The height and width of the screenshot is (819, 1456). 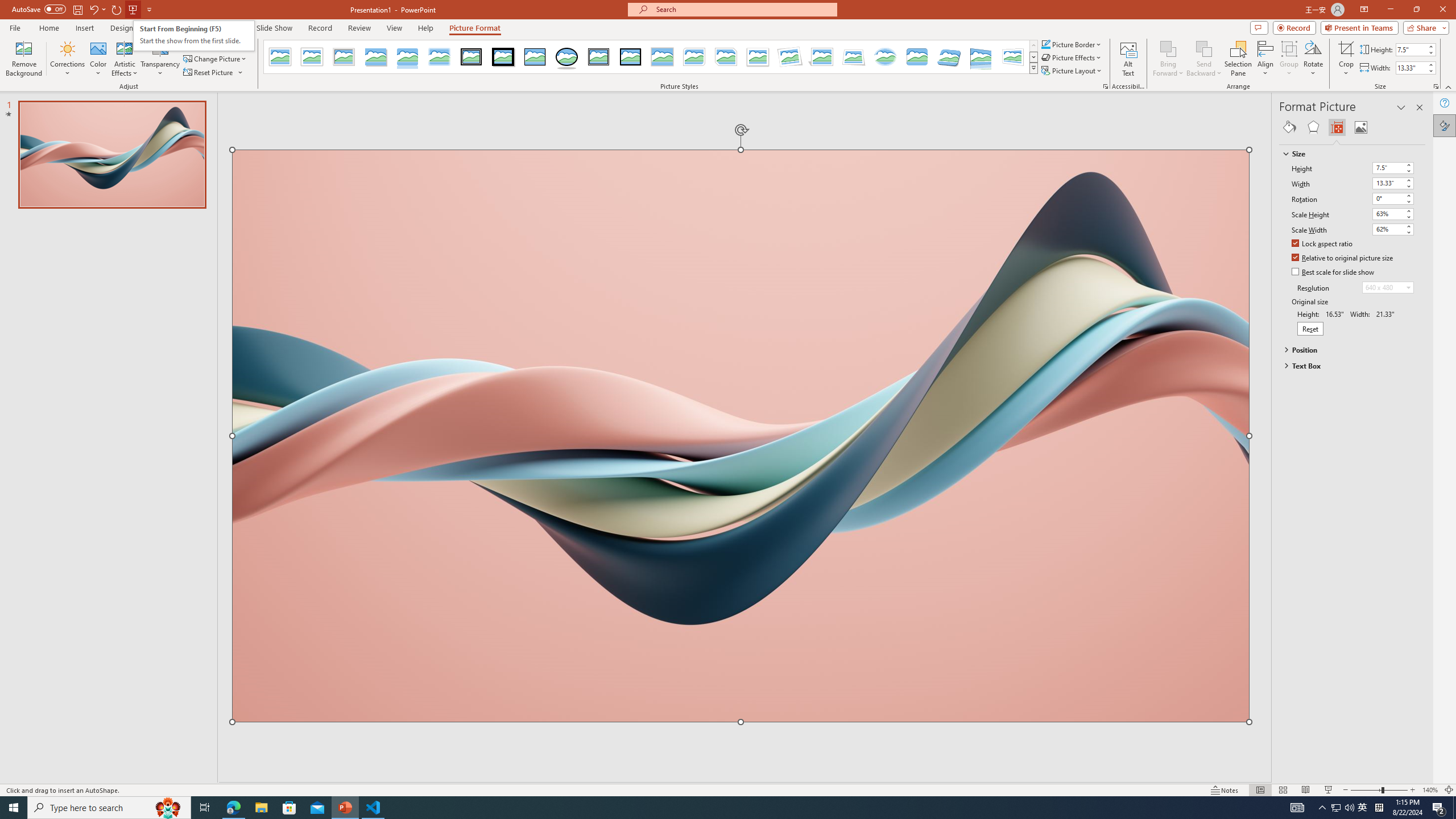 I want to click on 'Zoom 140%', so click(x=1430, y=790).